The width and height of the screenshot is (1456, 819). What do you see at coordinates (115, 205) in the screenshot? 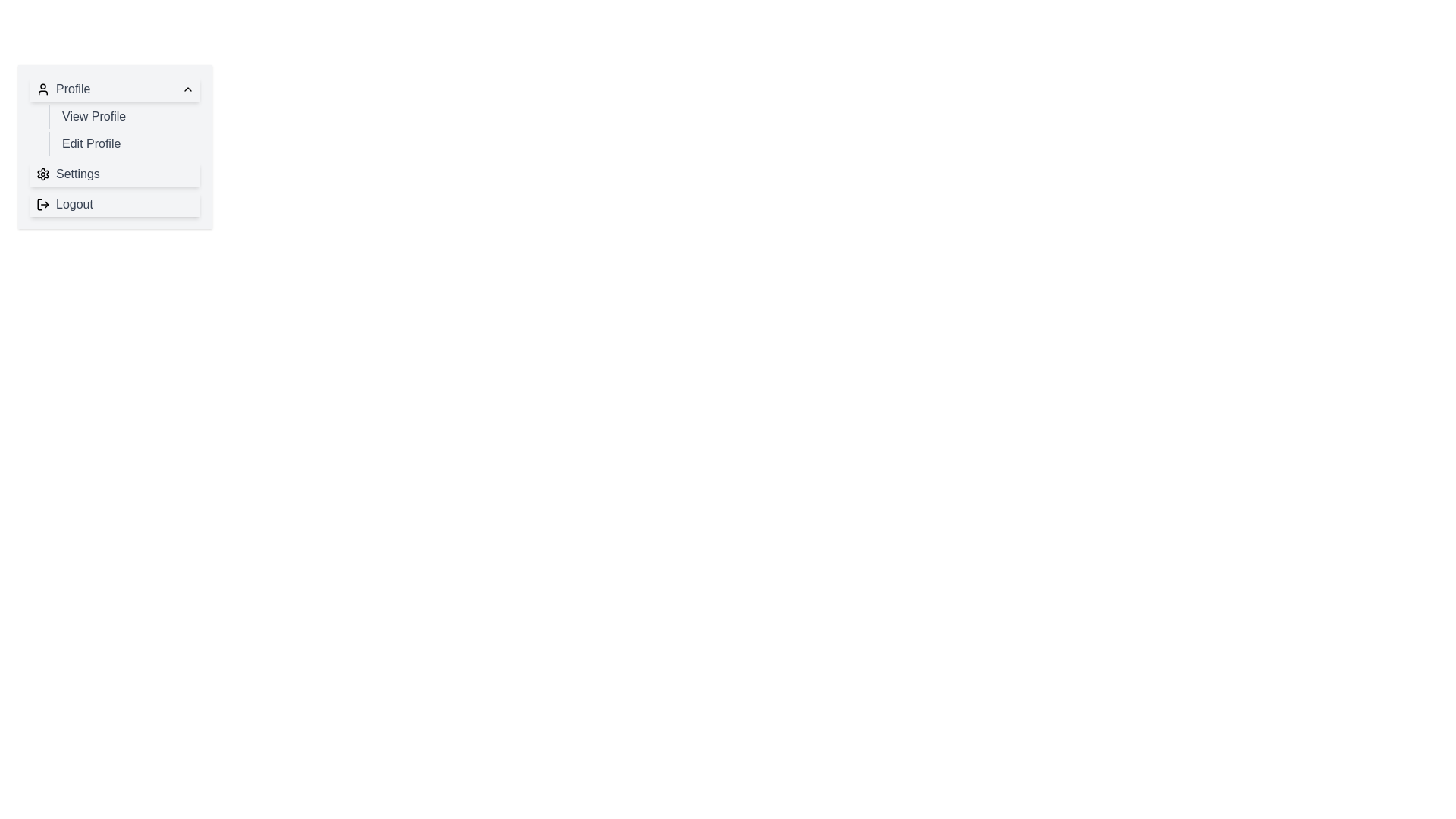
I see `the logout button located at the bottom of the vertical menu, directly below the 'Settings' option, to log out of the application` at bounding box center [115, 205].